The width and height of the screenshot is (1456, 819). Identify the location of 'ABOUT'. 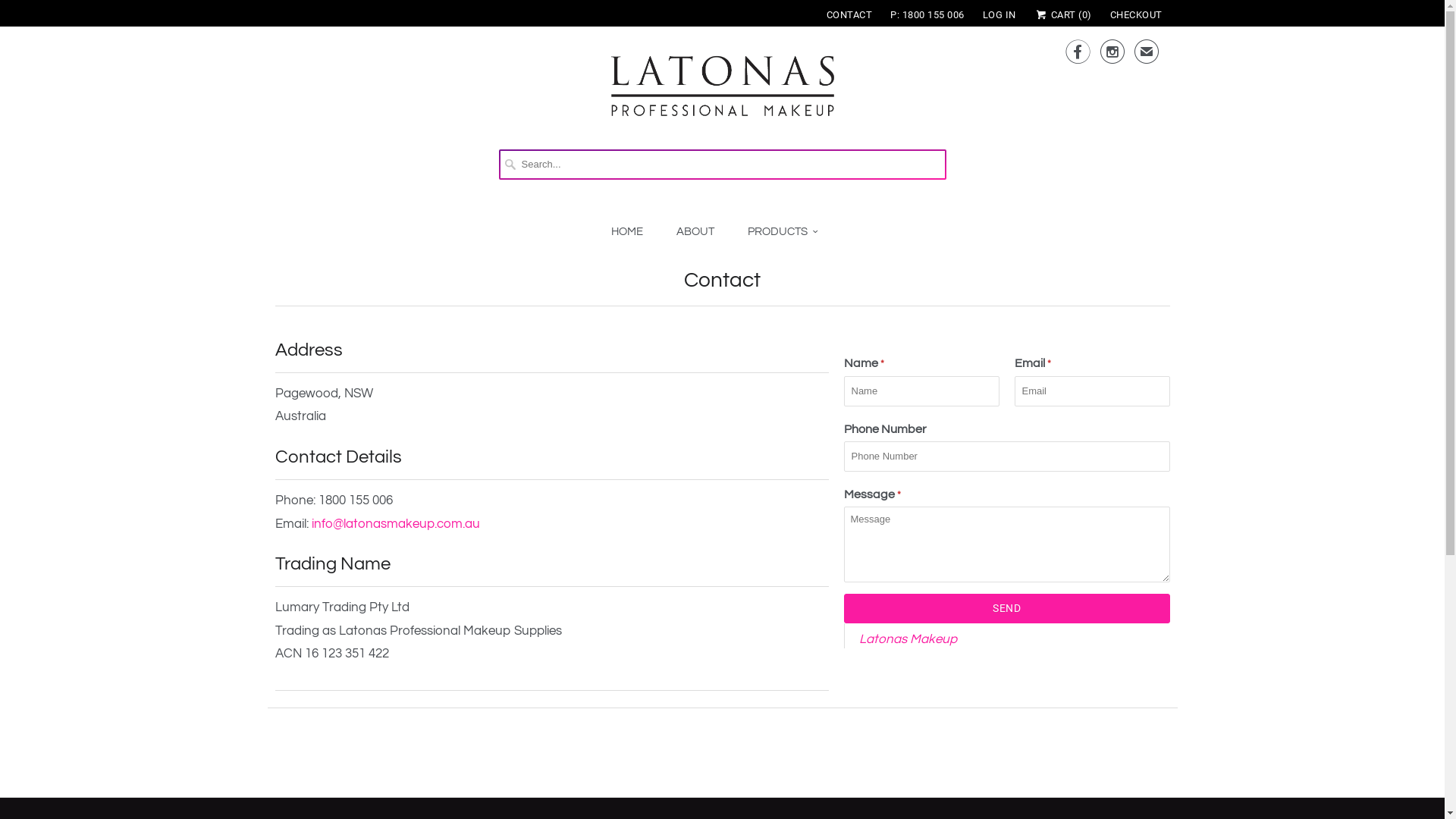
(694, 231).